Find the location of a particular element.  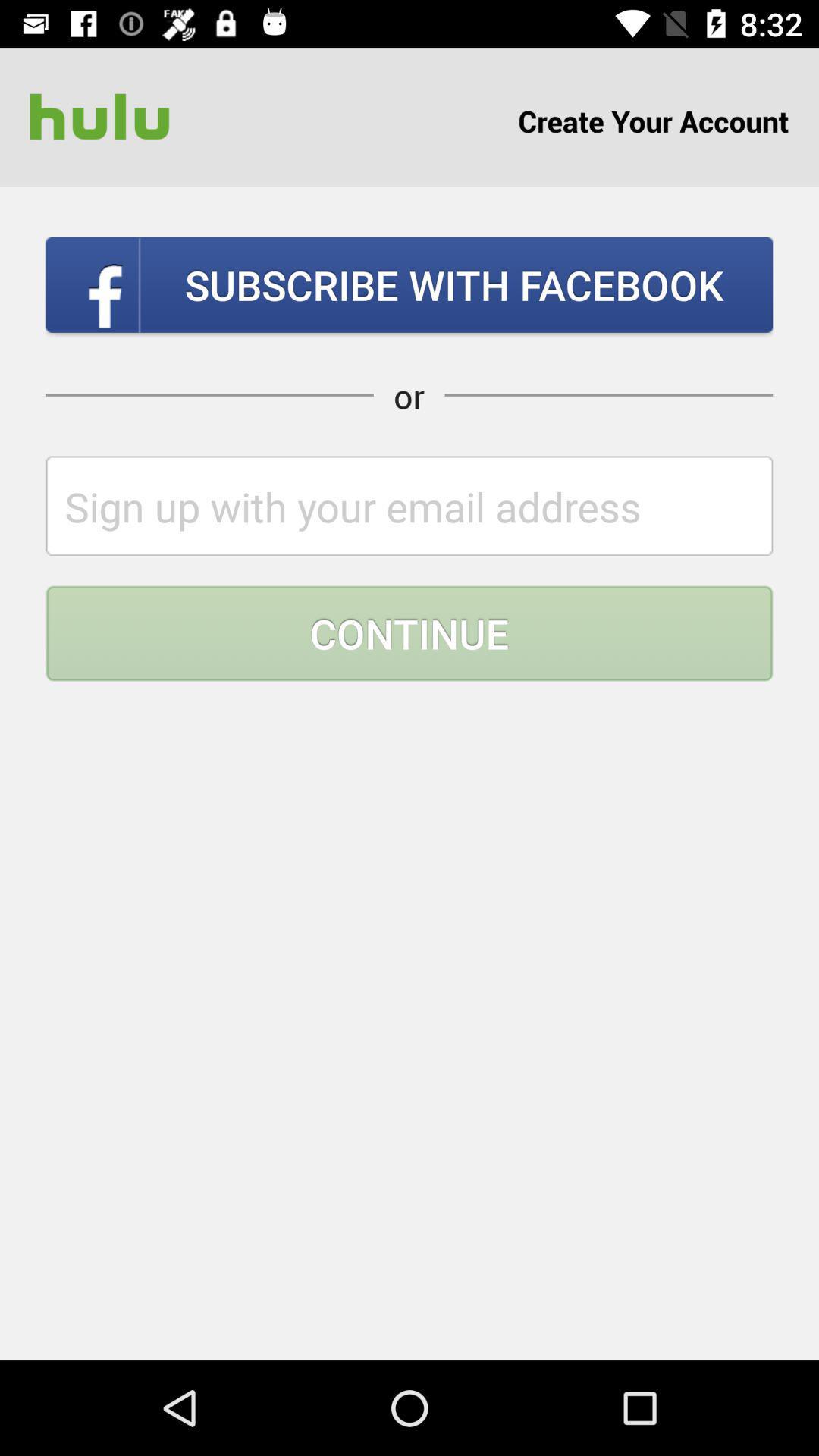

the continue is located at coordinates (409, 633).